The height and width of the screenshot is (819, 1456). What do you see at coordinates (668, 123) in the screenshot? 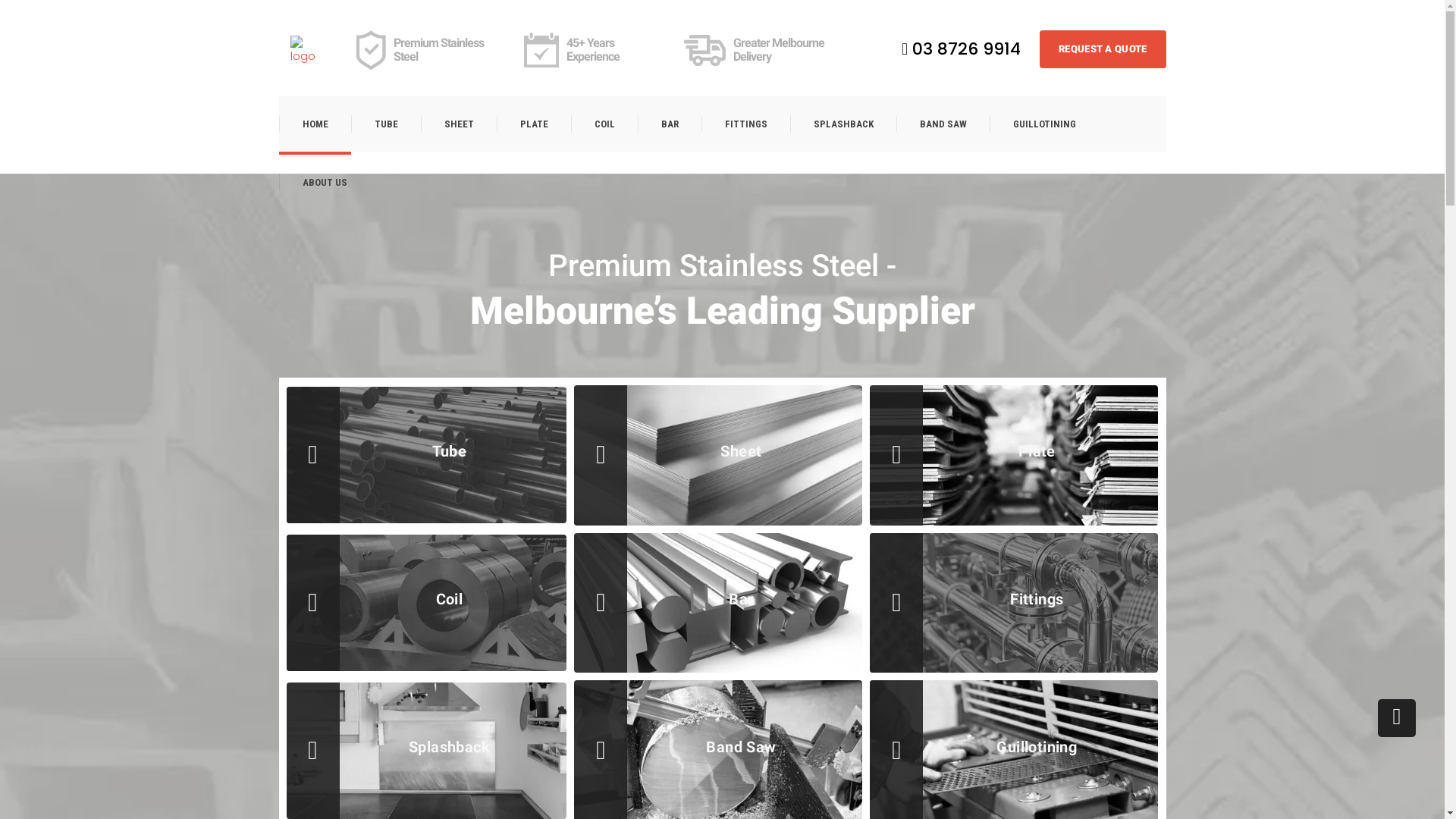
I see `'BAR'` at bounding box center [668, 123].